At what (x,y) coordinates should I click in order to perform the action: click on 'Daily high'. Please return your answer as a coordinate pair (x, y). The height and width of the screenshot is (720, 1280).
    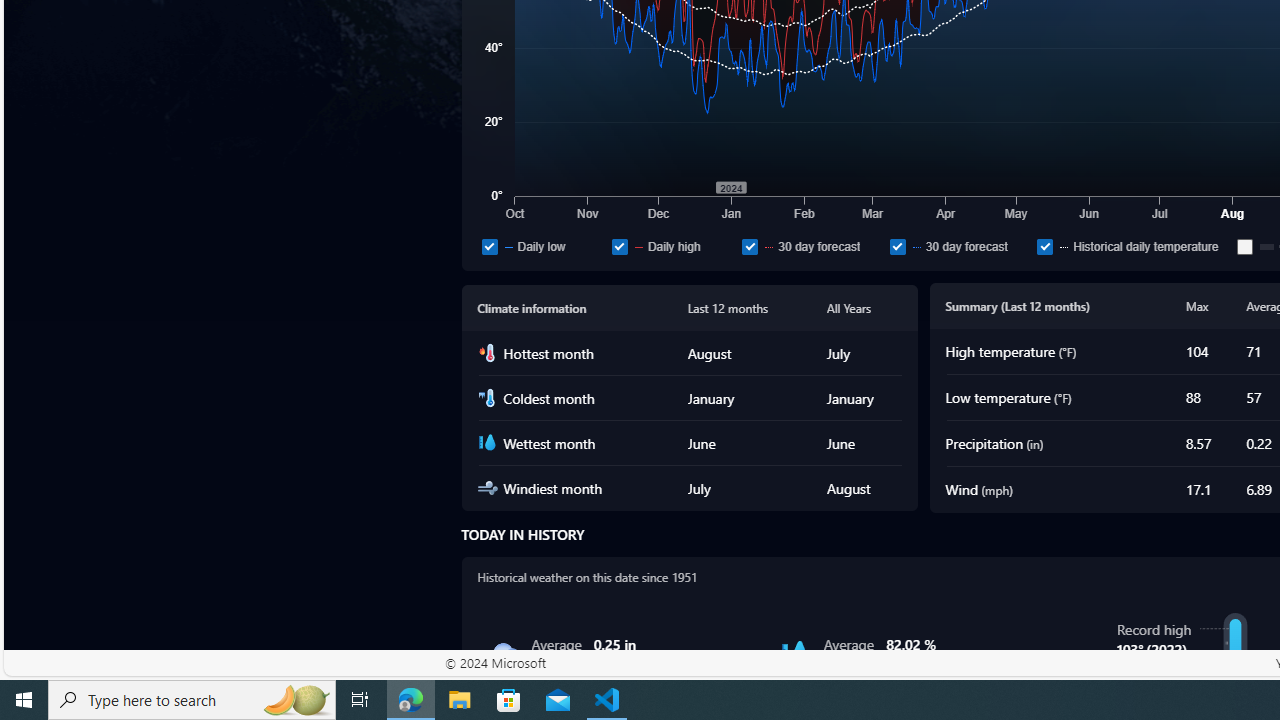
    Looking at the image, I should click on (672, 245).